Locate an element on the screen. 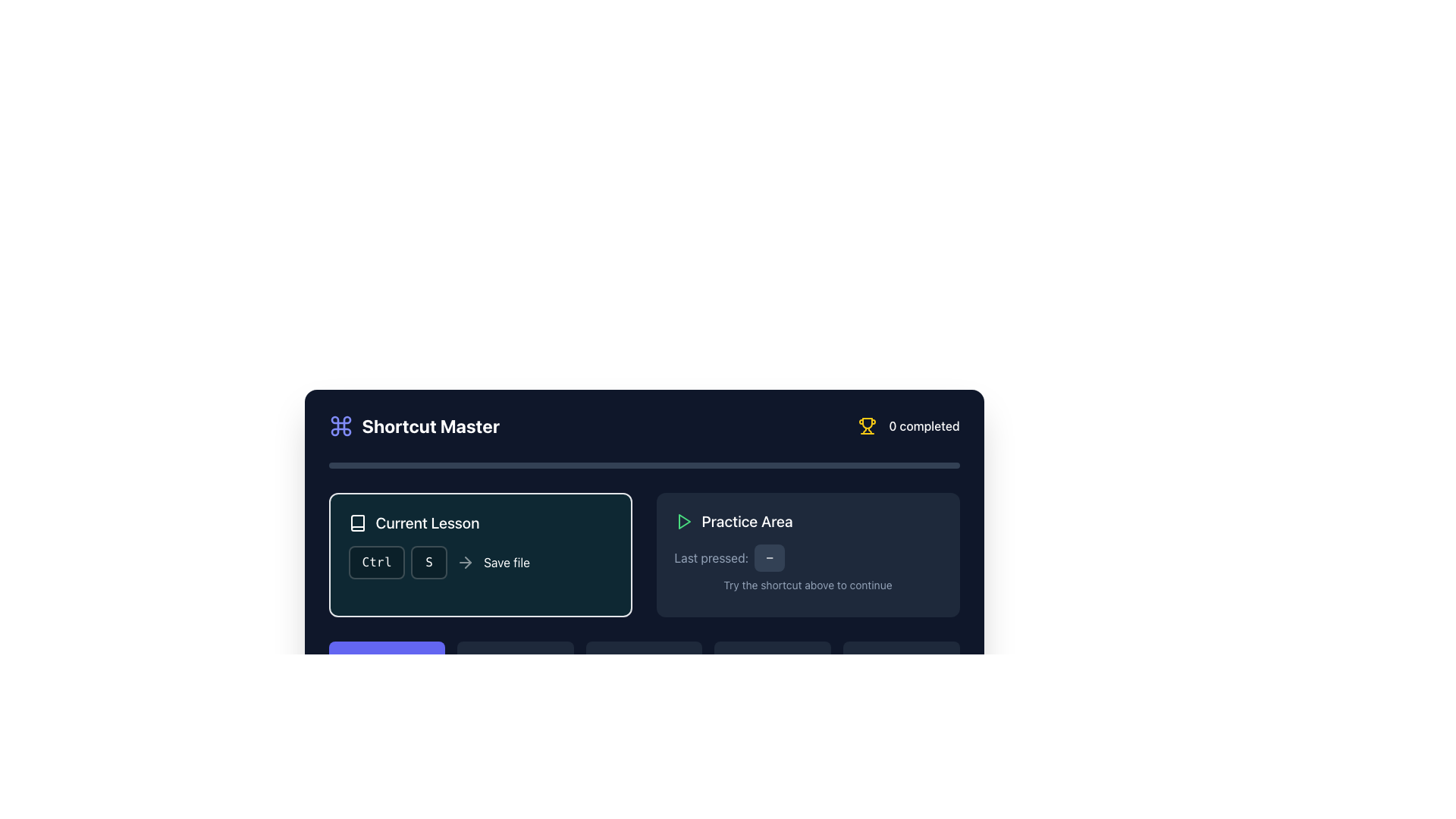 The image size is (1456, 819). the non-interactive label-like visual UI component styled to resemble a button that displays 'Ctrl' in the 'Current Lesson' section is located at coordinates (376, 562).